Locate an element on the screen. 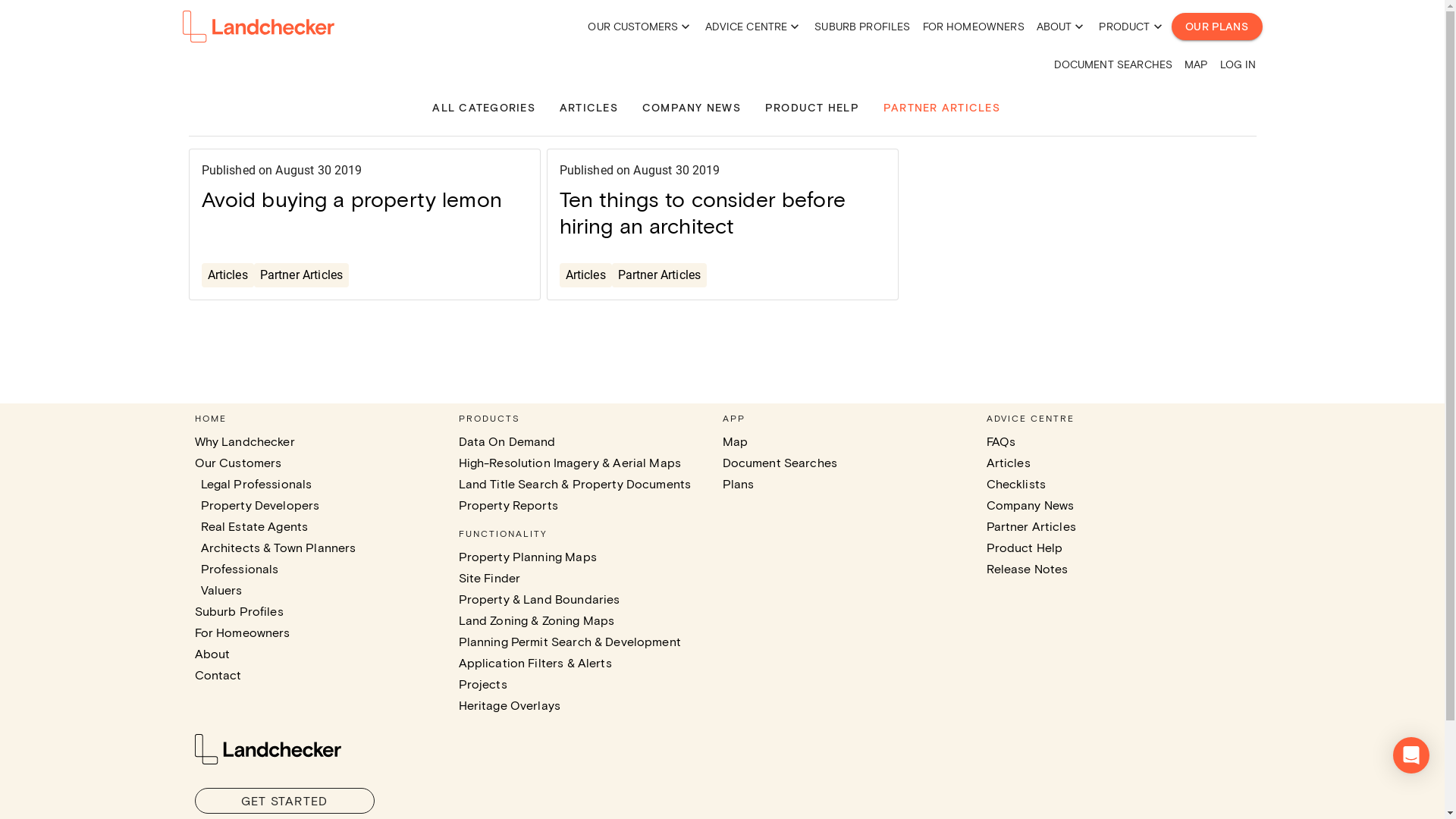  'Site Finder' is located at coordinates (488, 578).